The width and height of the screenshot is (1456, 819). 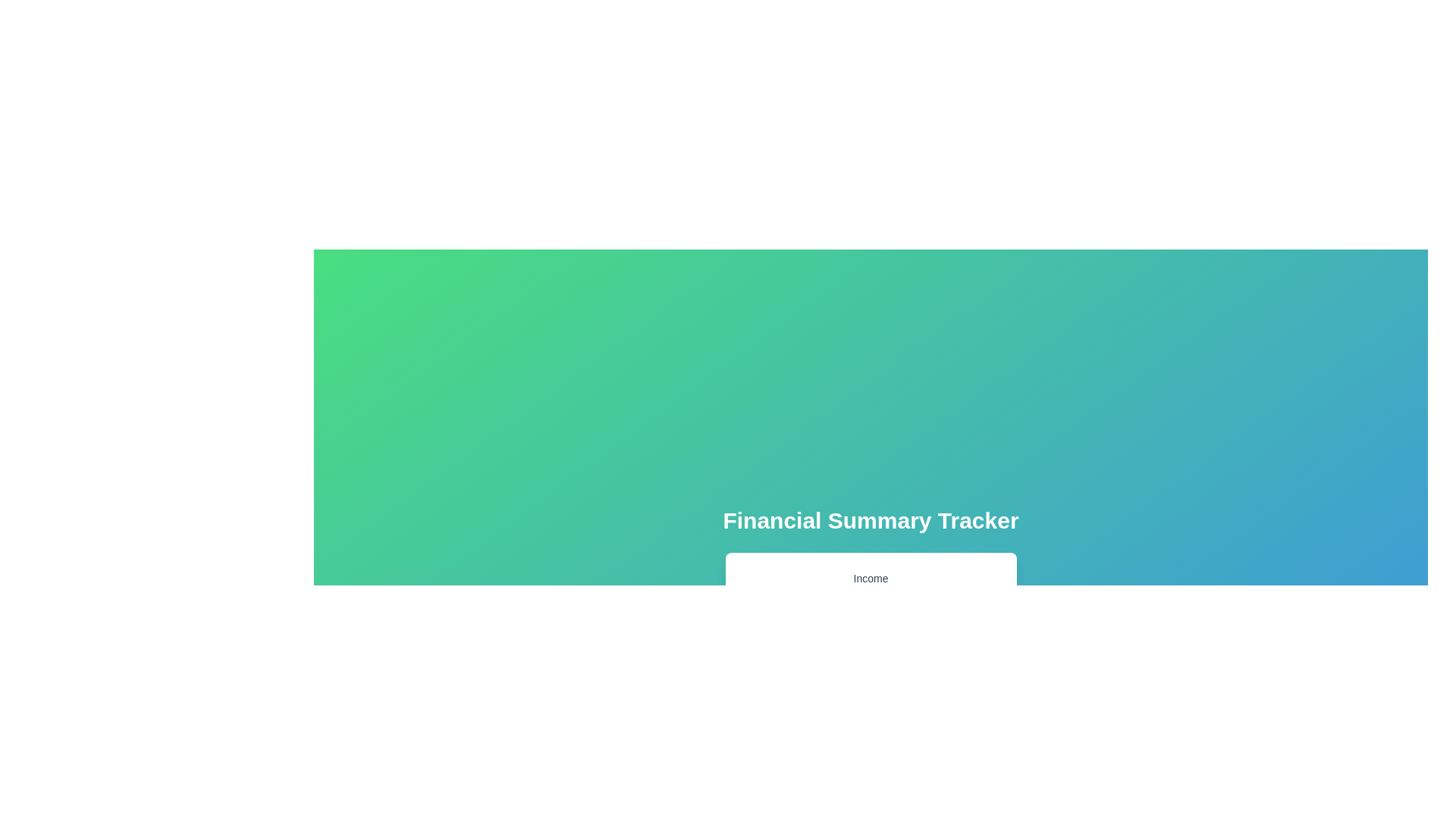 What do you see at coordinates (871, 579) in the screenshot?
I see `the 'Income' text label which serves as a label for the numeric input field indicating income-related information, located under the 'Financial Summary Tracker' title` at bounding box center [871, 579].